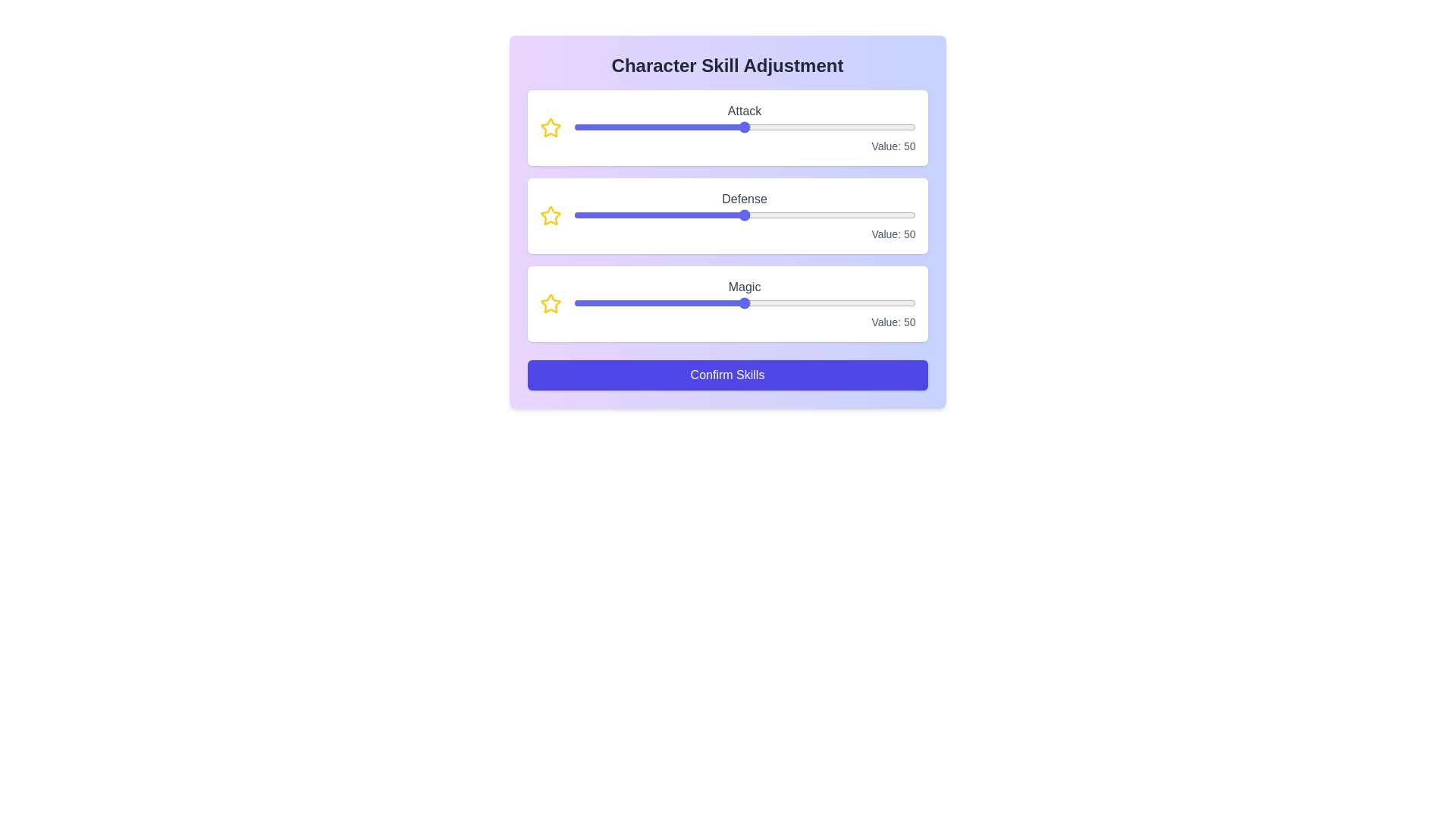  I want to click on the 1 slider to 39, so click(810, 215).